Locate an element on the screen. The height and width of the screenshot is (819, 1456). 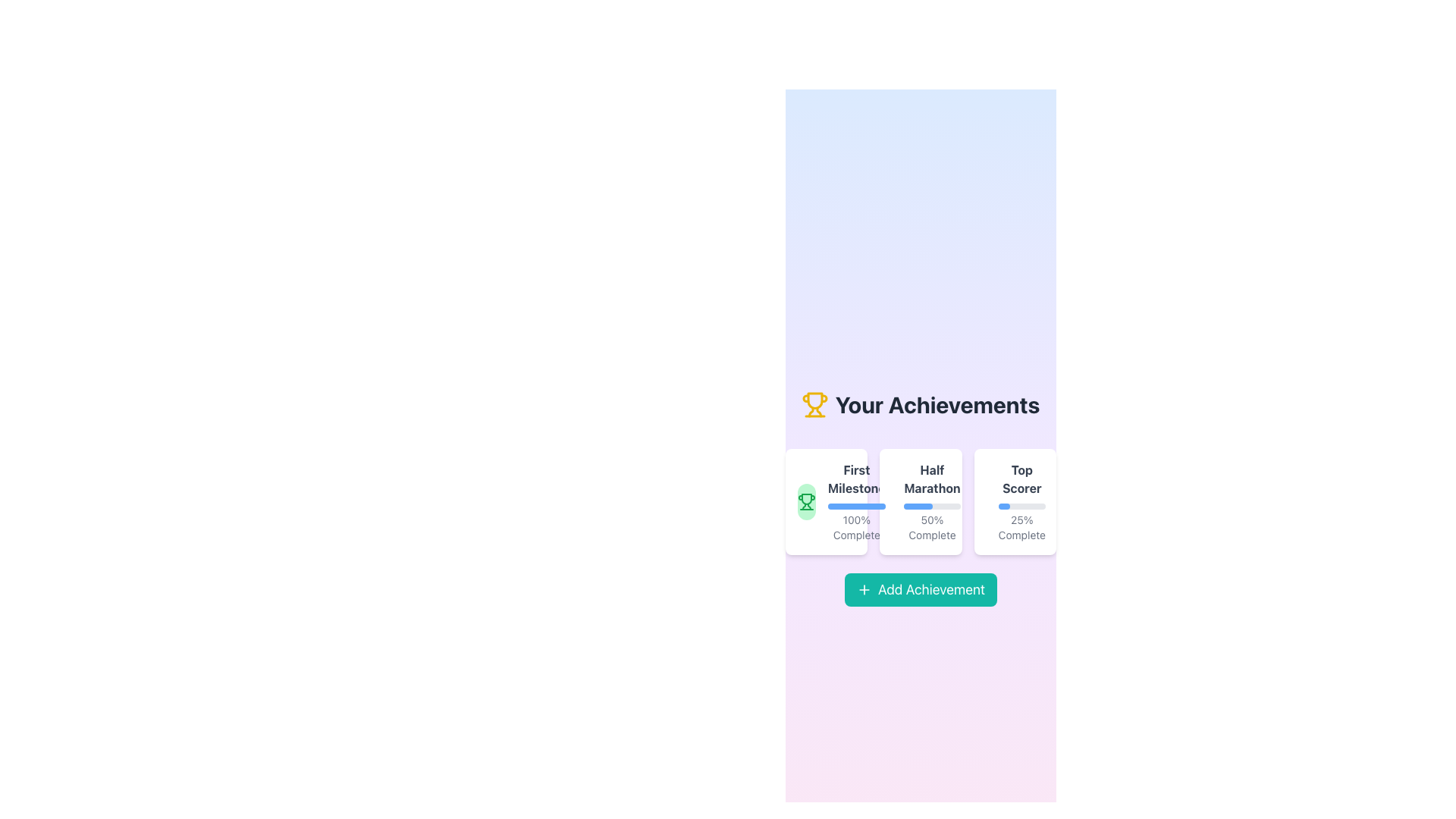
the progress bar that visually represents the completion percentage of the 'First Milestone', located below the text 'First Milestone' and above '100% Complete' is located at coordinates (856, 506).